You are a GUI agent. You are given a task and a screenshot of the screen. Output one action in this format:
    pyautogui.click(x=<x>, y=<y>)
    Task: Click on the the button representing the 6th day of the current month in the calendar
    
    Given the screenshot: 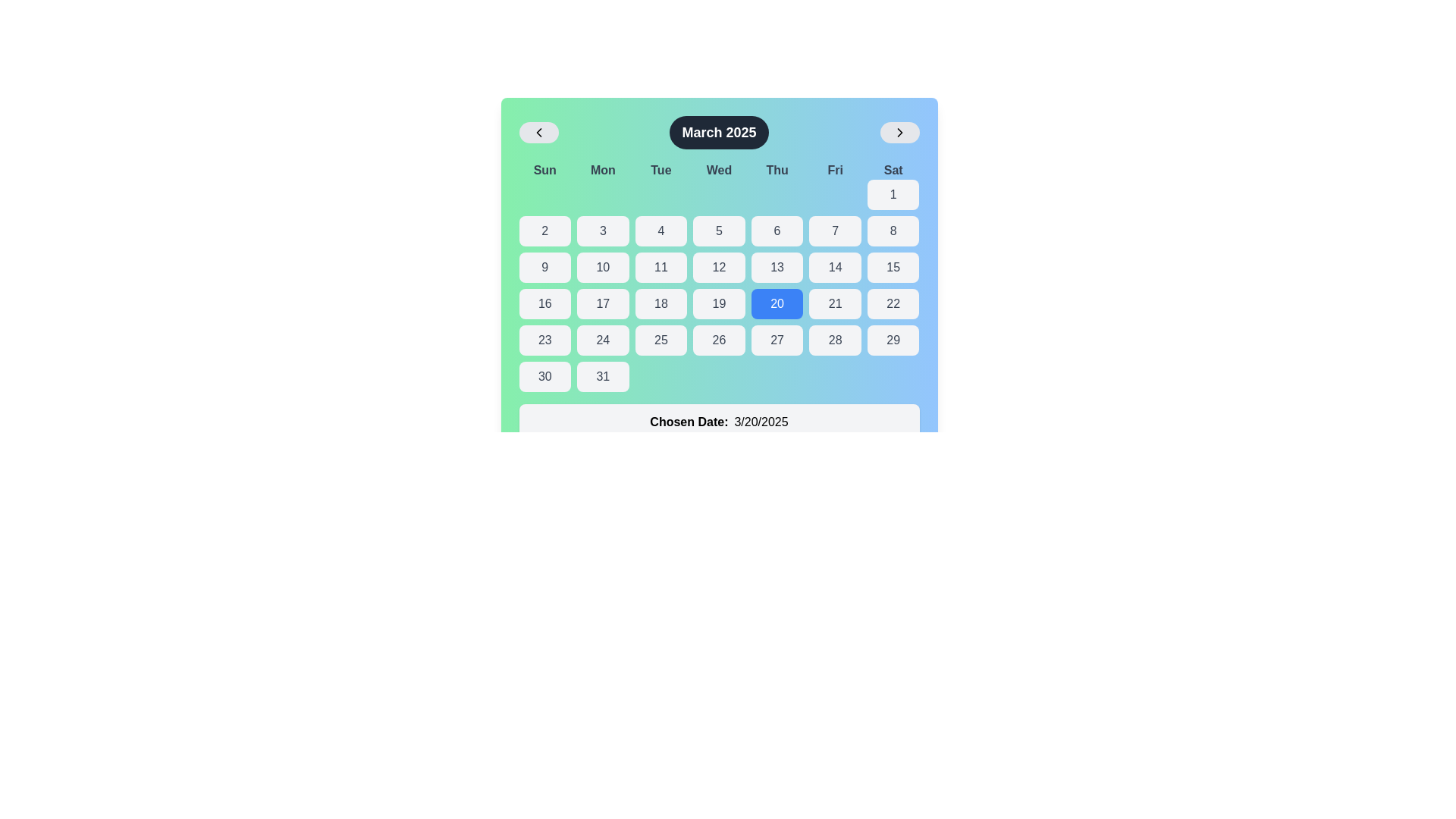 What is the action you would take?
    pyautogui.click(x=777, y=231)
    